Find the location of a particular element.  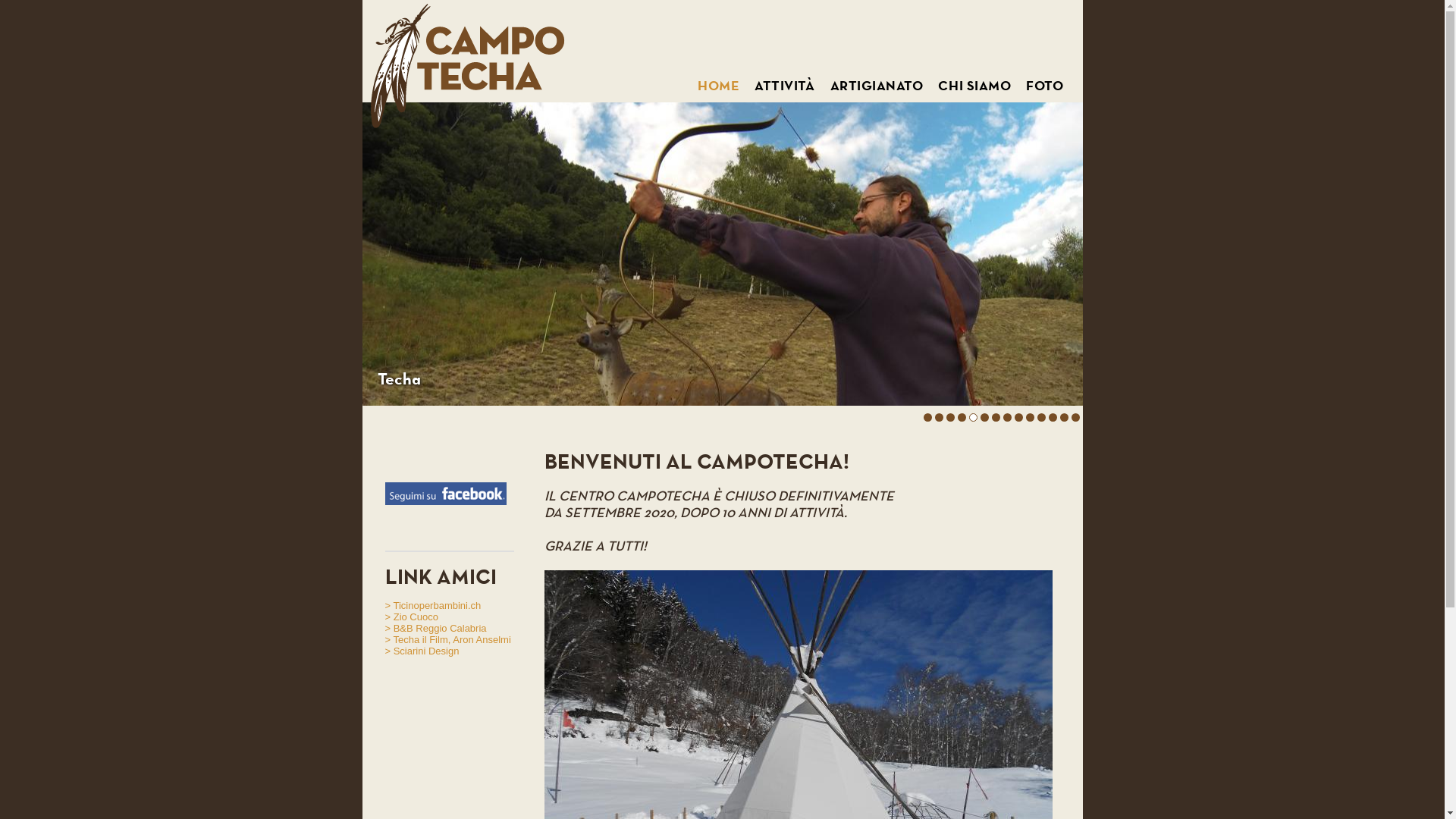

'> Zio Cuoco' is located at coordinates (385, 617).